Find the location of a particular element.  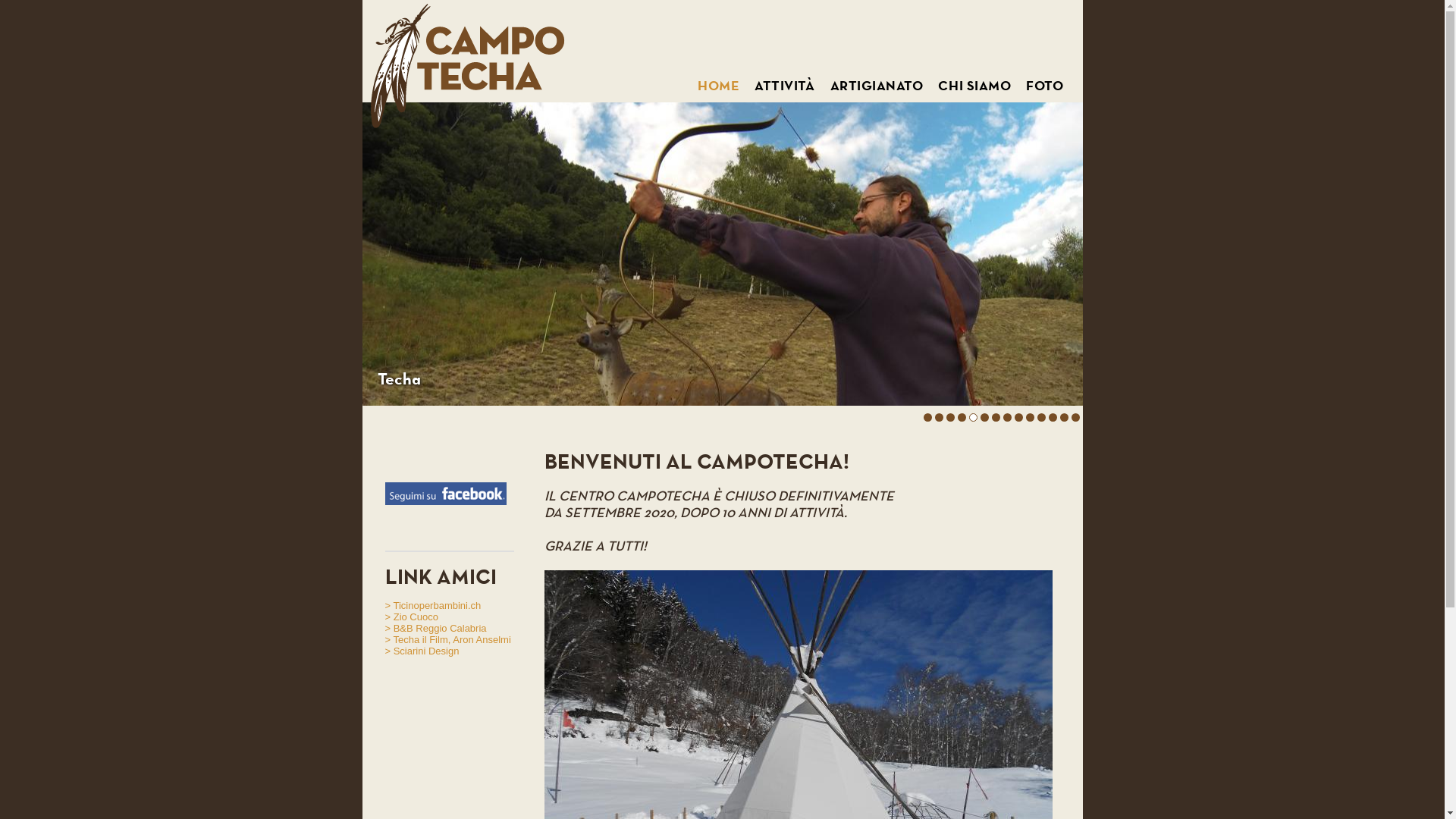

'> Zio Cuoco' is located at coordinates (385, 617).